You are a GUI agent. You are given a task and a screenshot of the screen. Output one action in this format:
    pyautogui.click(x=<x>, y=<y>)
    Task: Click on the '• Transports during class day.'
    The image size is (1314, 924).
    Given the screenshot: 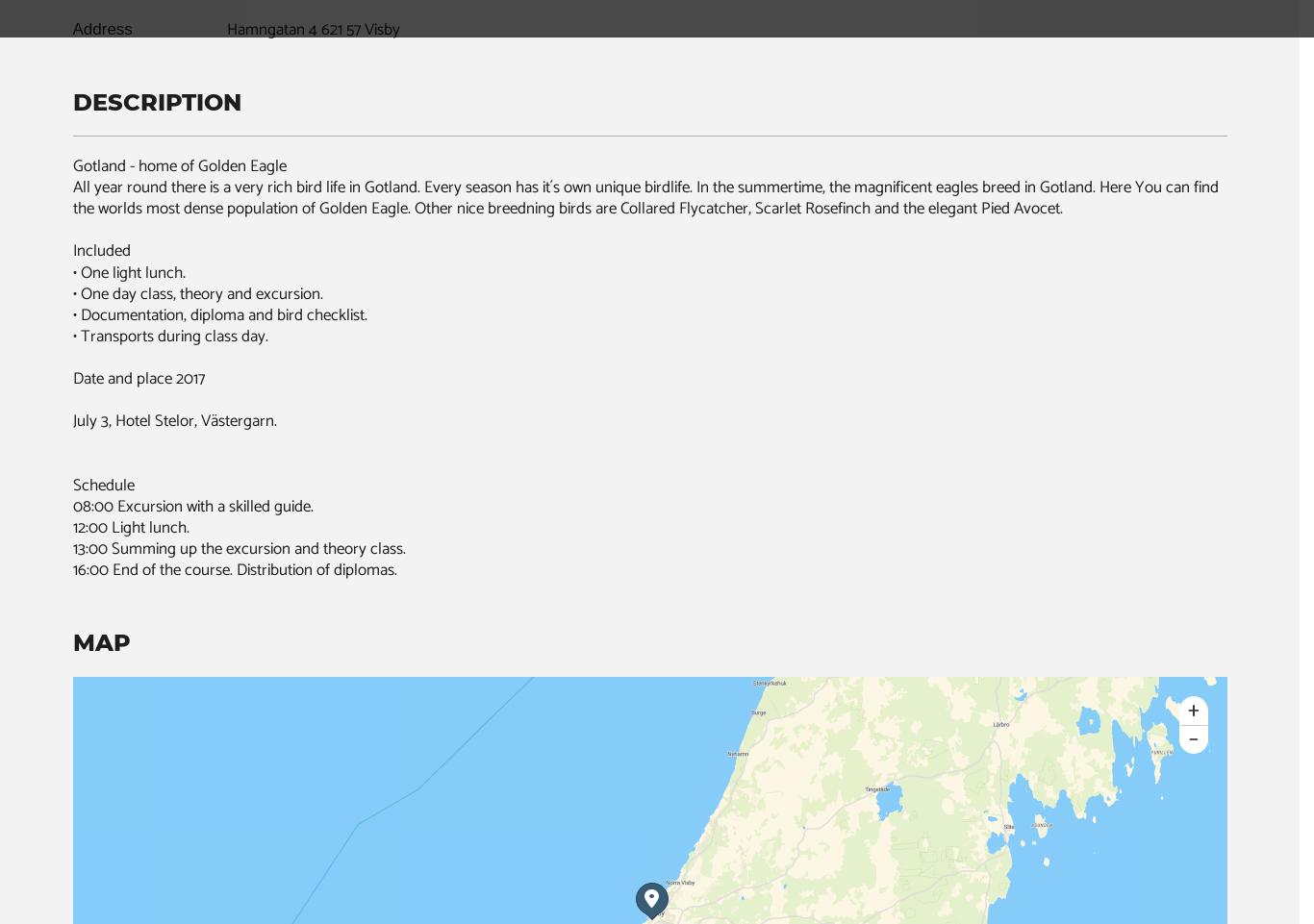 What is the action you would take?
    pyautogui.click(x=168, y=335)
    